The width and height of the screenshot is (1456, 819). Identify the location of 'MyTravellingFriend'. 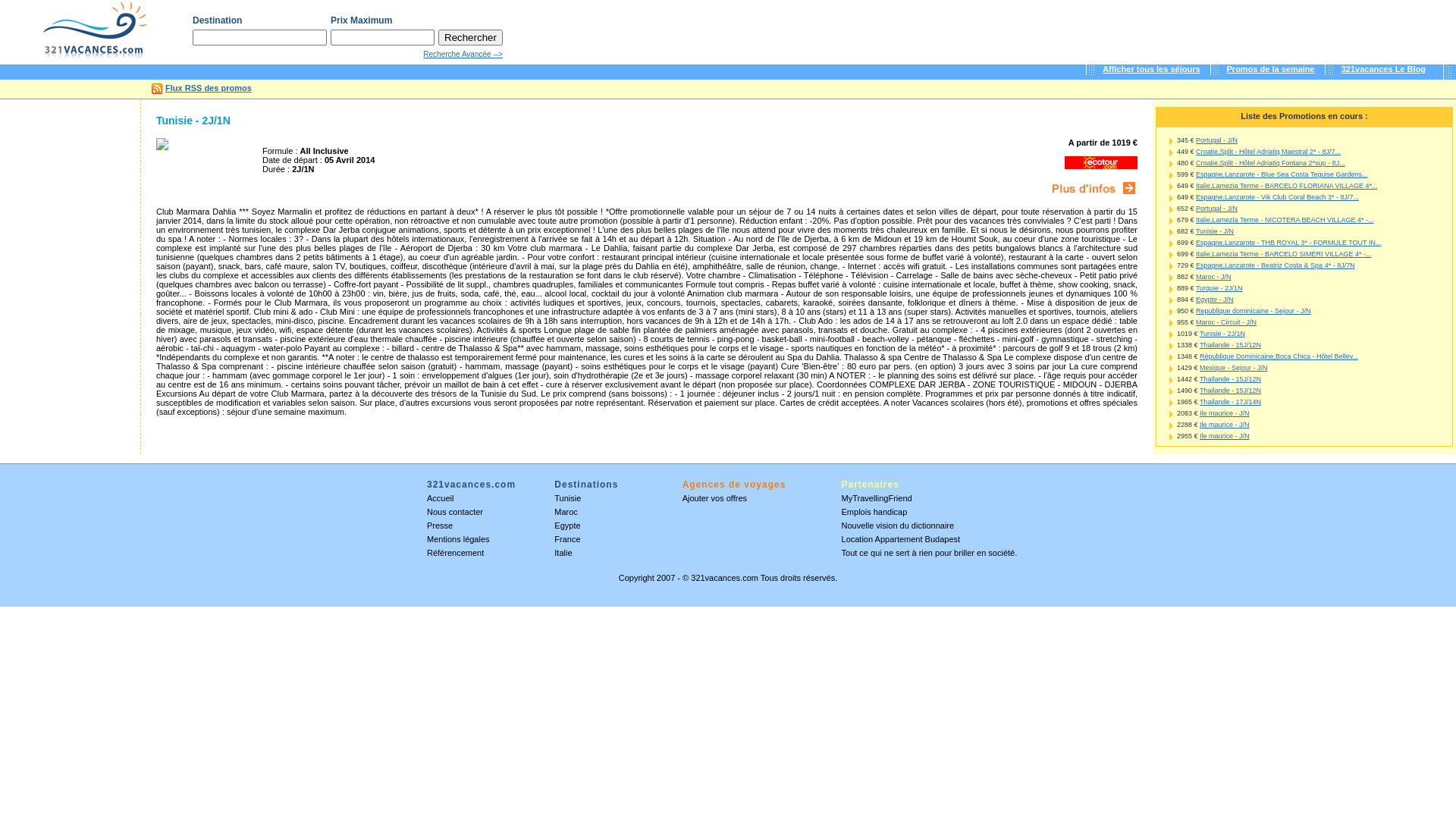
(840, 497).